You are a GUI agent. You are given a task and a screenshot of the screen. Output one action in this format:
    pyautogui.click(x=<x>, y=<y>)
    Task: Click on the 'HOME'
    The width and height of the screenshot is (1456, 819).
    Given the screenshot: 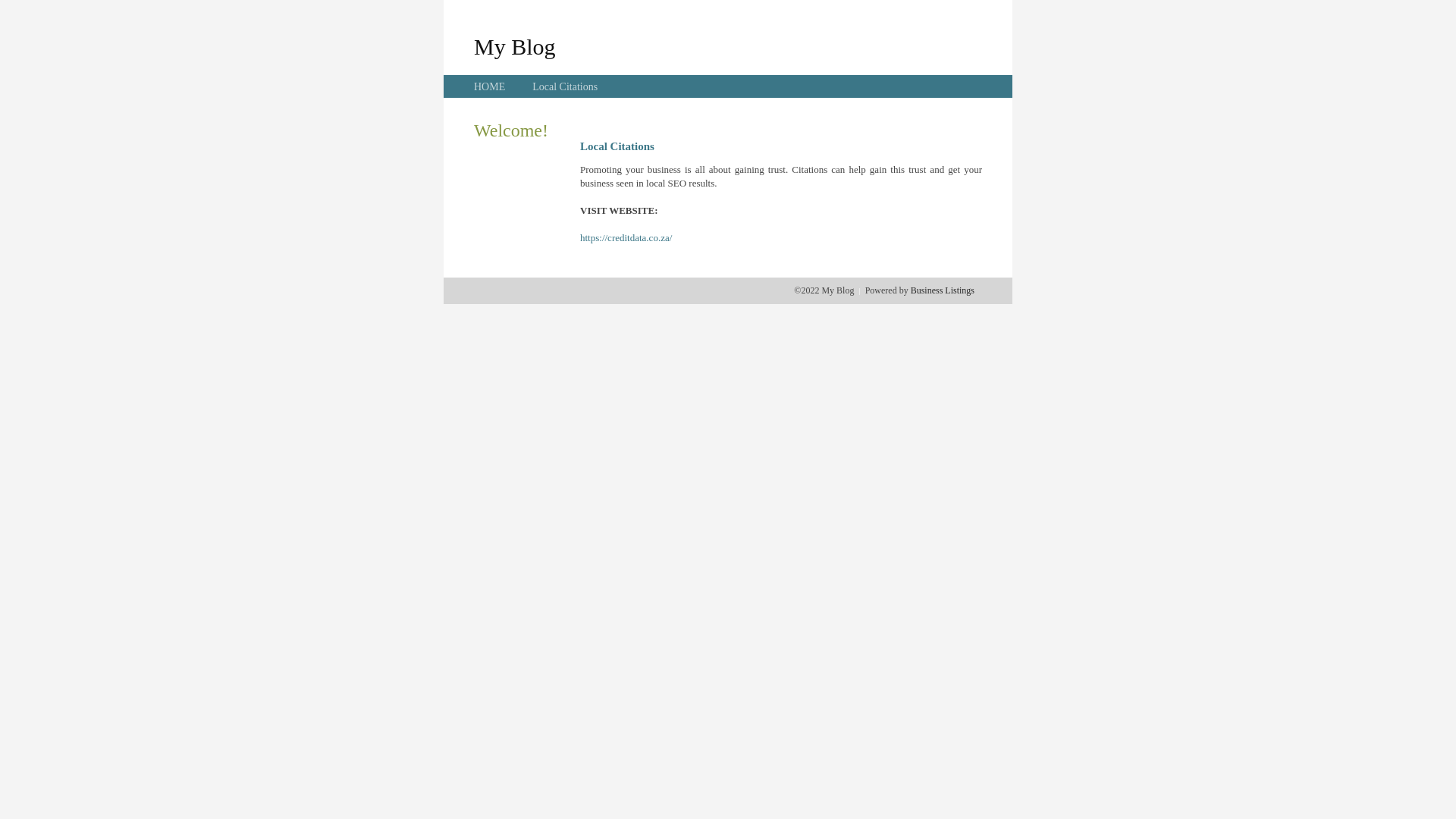 What is the action you would take?
    pyautogui.click(x=489, y=86)
    